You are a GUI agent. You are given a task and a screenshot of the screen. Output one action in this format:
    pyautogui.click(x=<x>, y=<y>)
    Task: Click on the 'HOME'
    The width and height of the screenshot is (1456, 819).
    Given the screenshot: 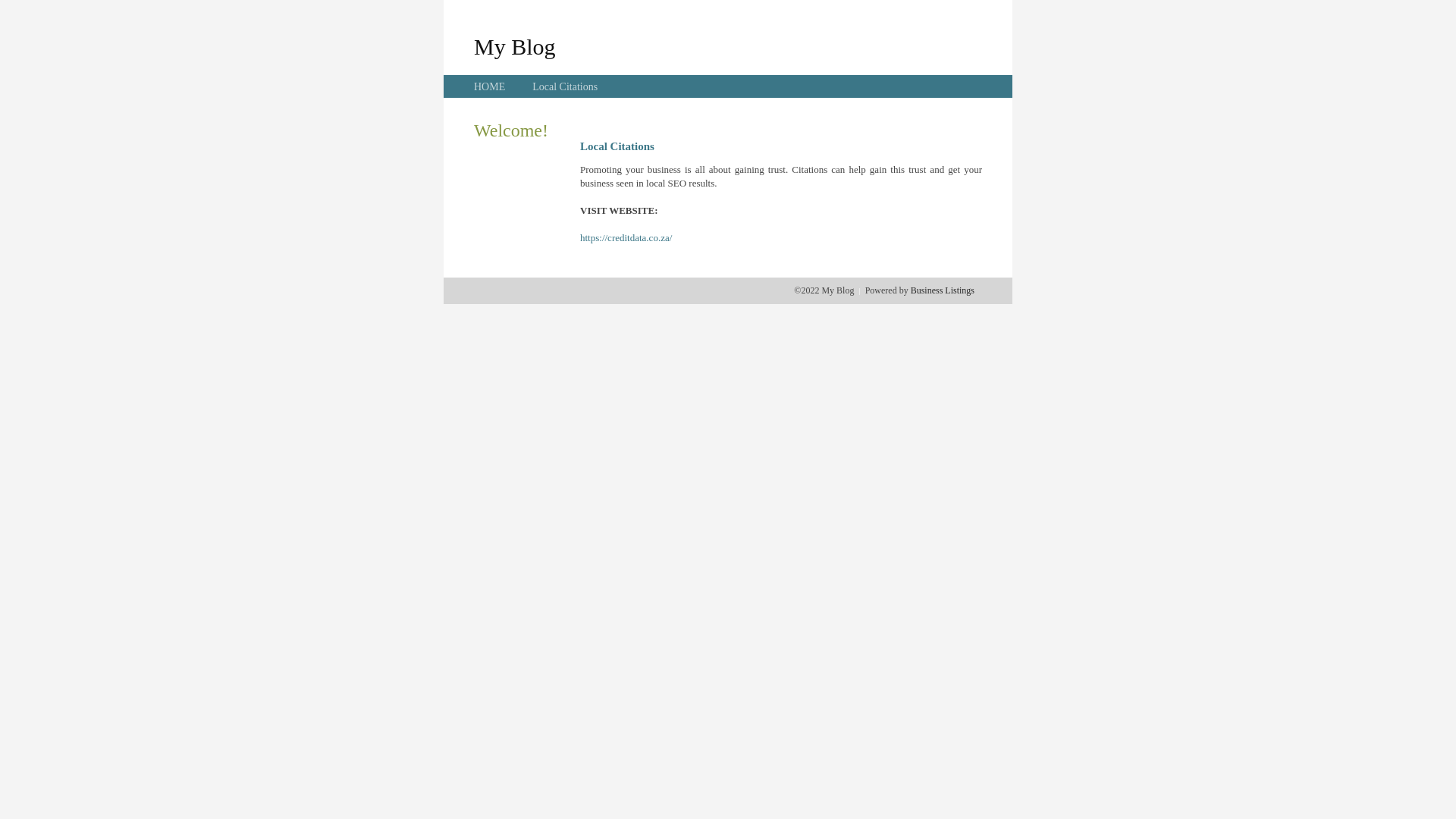 What is the action you would take?
    pyautogui.click(x=489, y=86)
    